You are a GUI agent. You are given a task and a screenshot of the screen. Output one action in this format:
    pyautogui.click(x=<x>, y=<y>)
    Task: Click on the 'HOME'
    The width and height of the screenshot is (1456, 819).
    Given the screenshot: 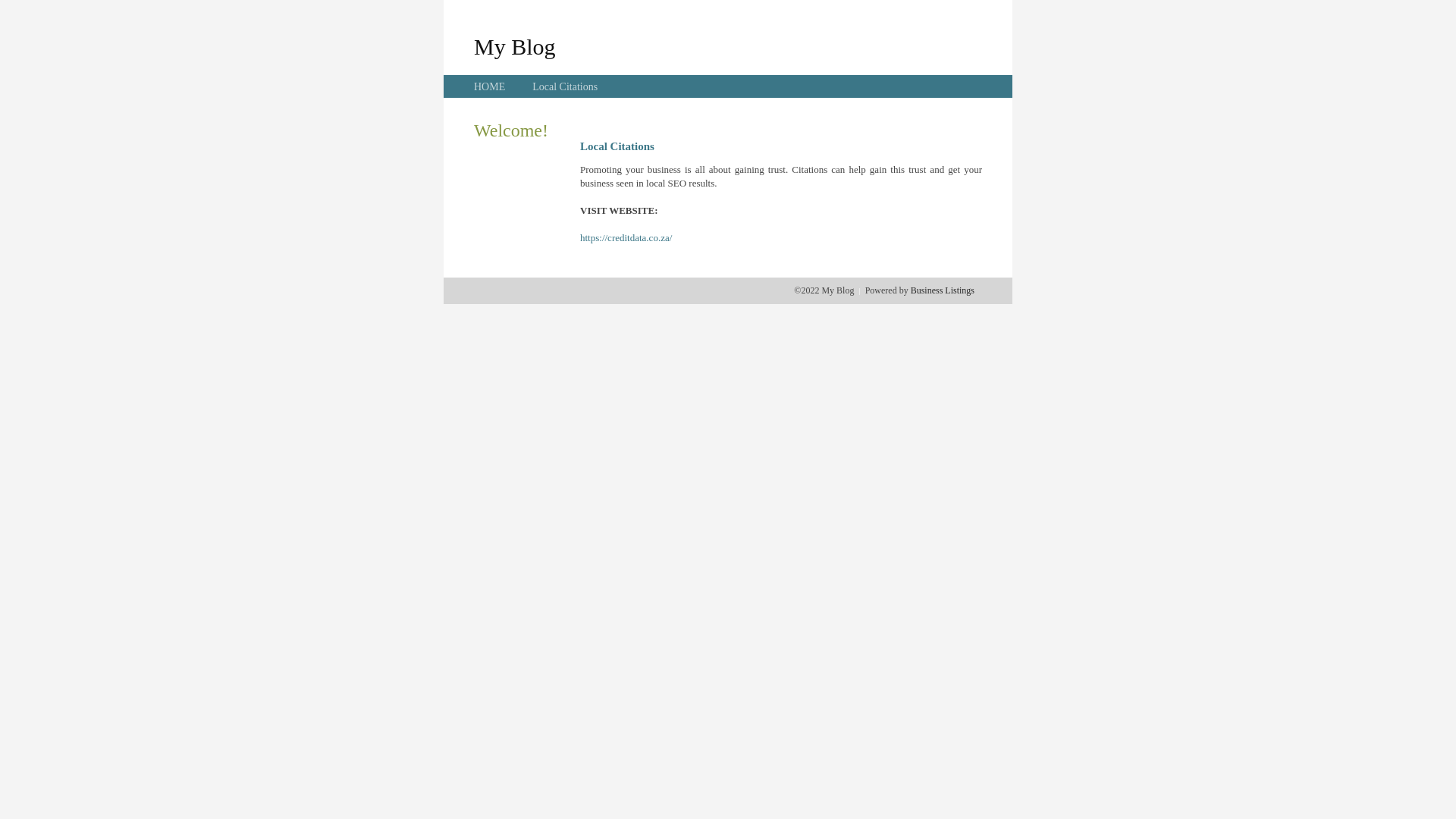 What is the action you would take?
    pyautogui.click(x=489, y=86)
    